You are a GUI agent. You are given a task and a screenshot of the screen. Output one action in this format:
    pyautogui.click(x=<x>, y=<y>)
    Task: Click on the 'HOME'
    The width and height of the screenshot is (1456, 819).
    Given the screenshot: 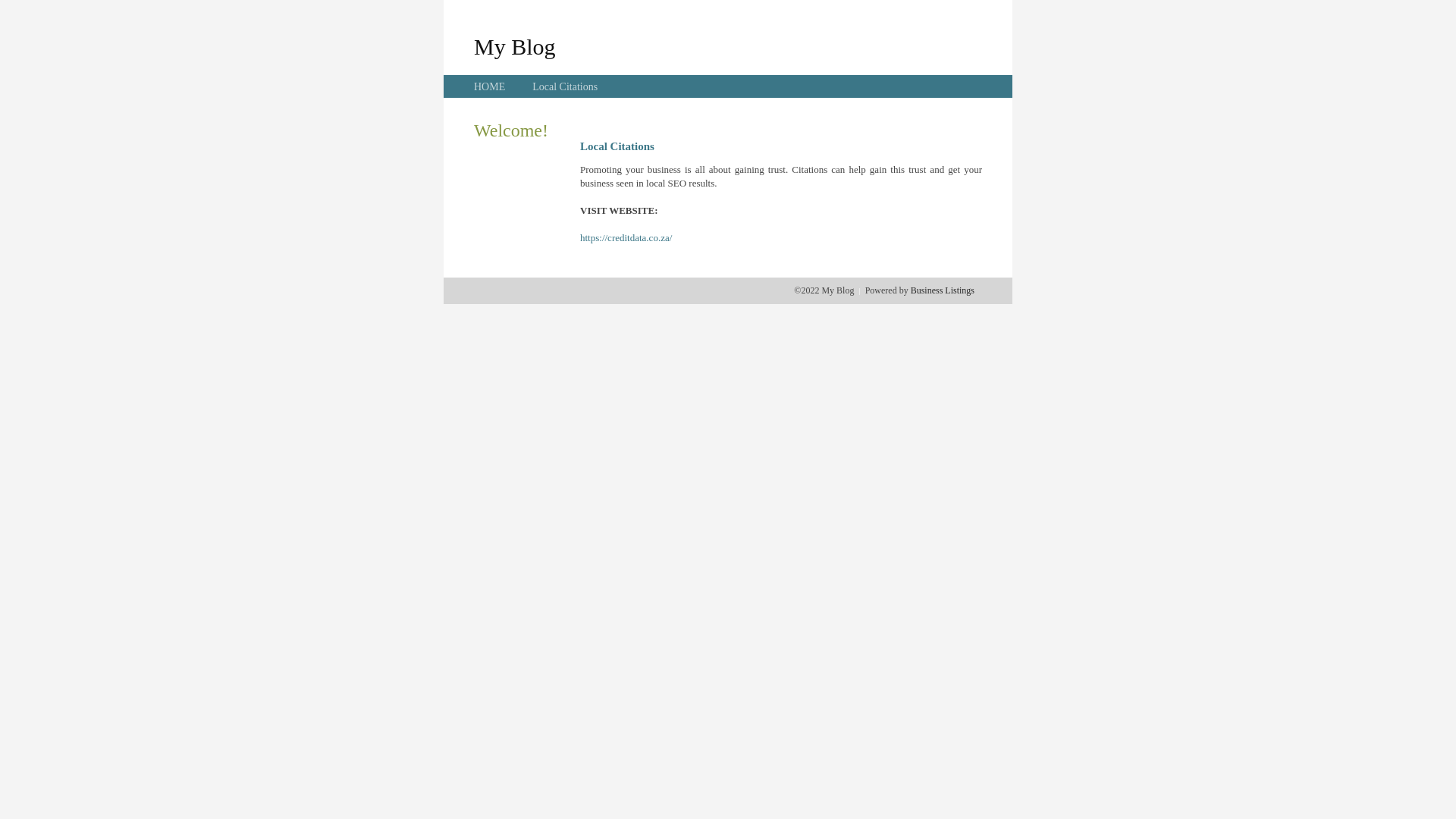 What is the action you would take?
    pyautogui.click(x=489, y=86)
    